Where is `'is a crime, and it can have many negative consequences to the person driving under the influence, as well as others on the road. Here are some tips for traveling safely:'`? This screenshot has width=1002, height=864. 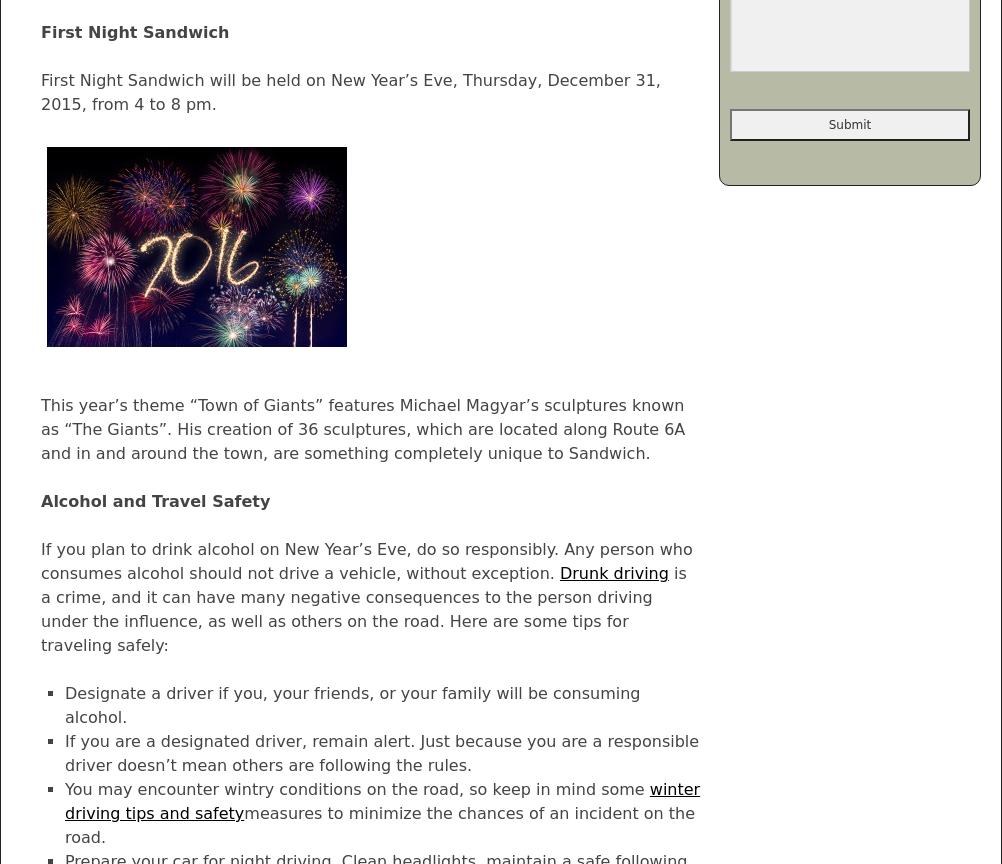 'is a crime, and it can have many negative consequences to the person driving under the influence, as well as others on the road. Here are some tips for traveling safely:' is located at coordinates (363, 608).